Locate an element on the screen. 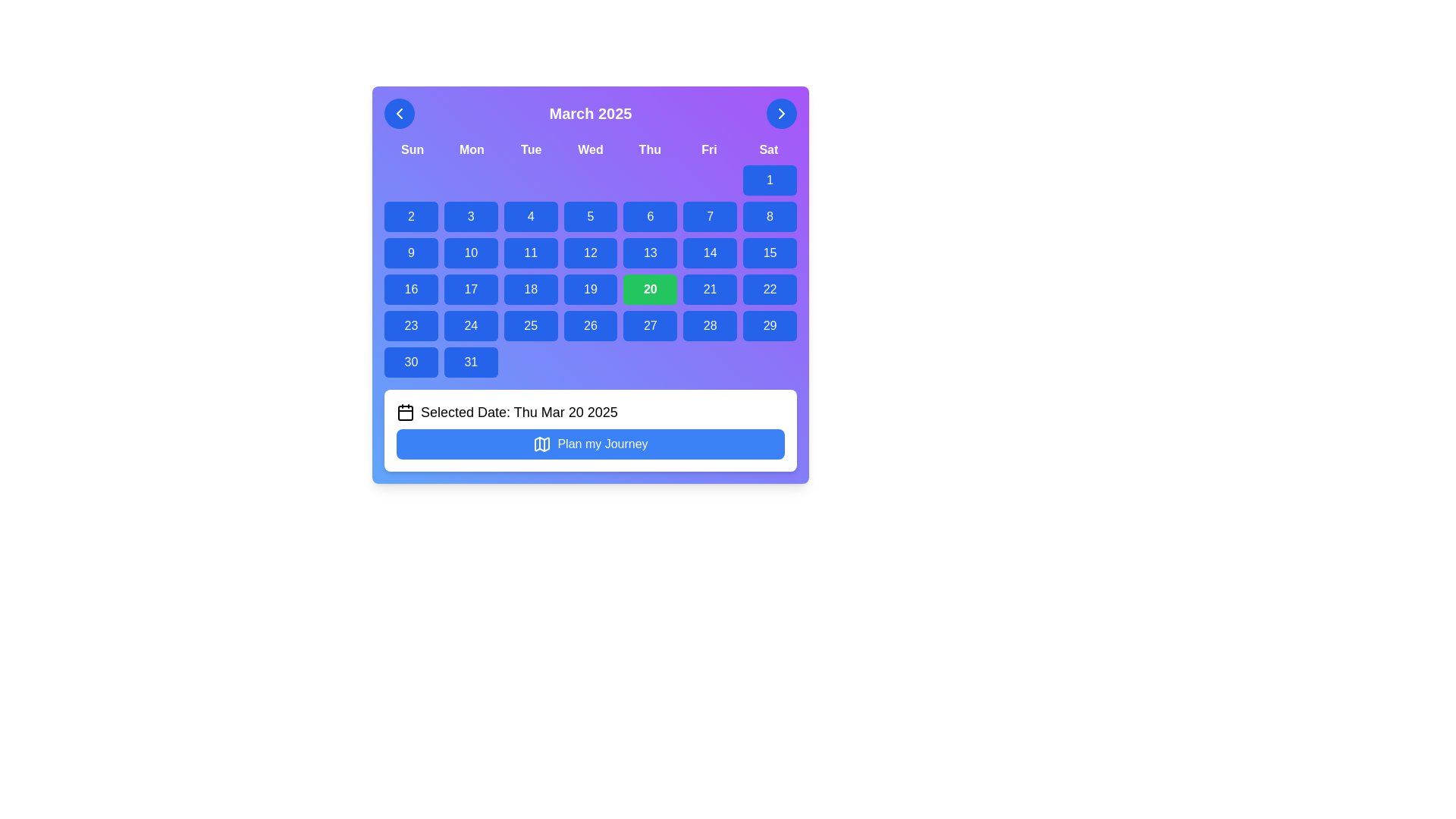  the calendar icon representing the selected date in the sentence 'Selected Date: Thu Mar 20 2025' located next to the 'Plan my Journey' button is located at coordinates (405, 412).